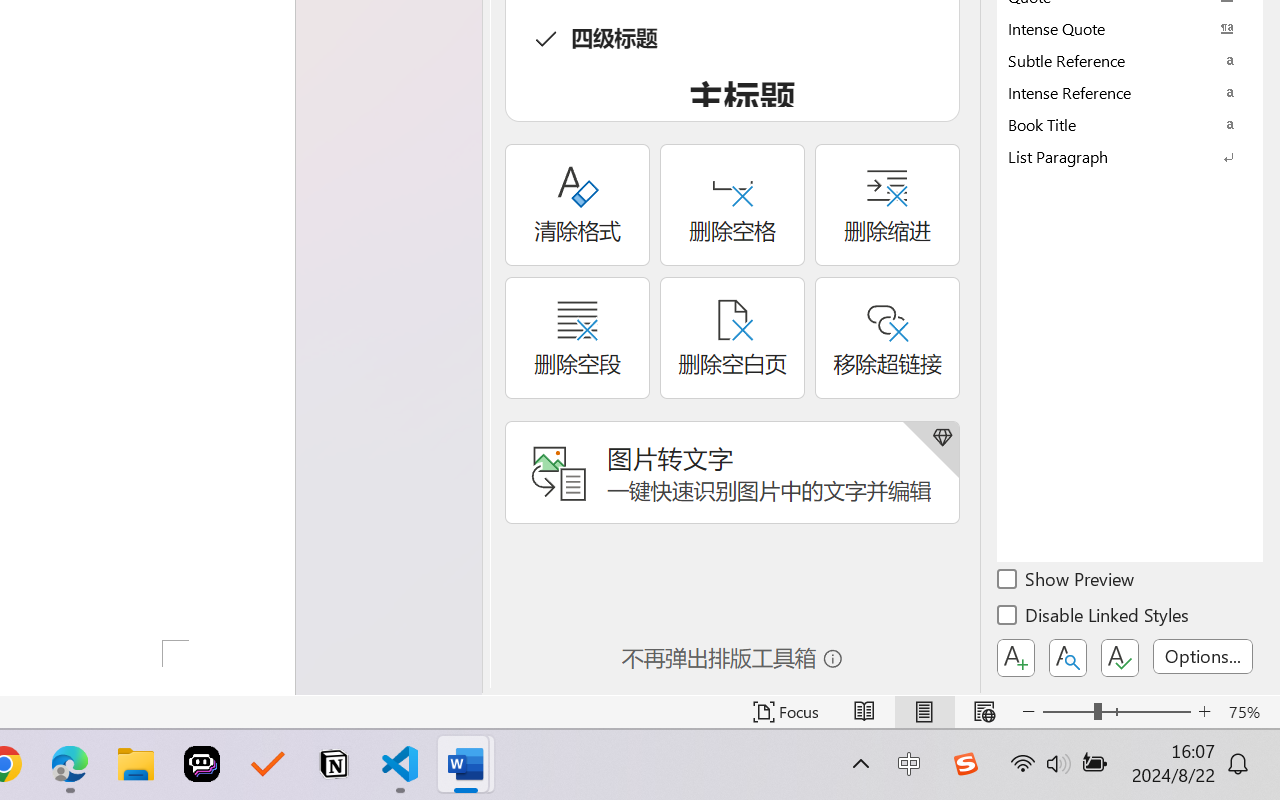 The width and height of the screenshot is (1280, 800). What do you see at coordinates (1202, 655) in the screenshot?
I see `'Options...'` at bounding box center [1202, 655].